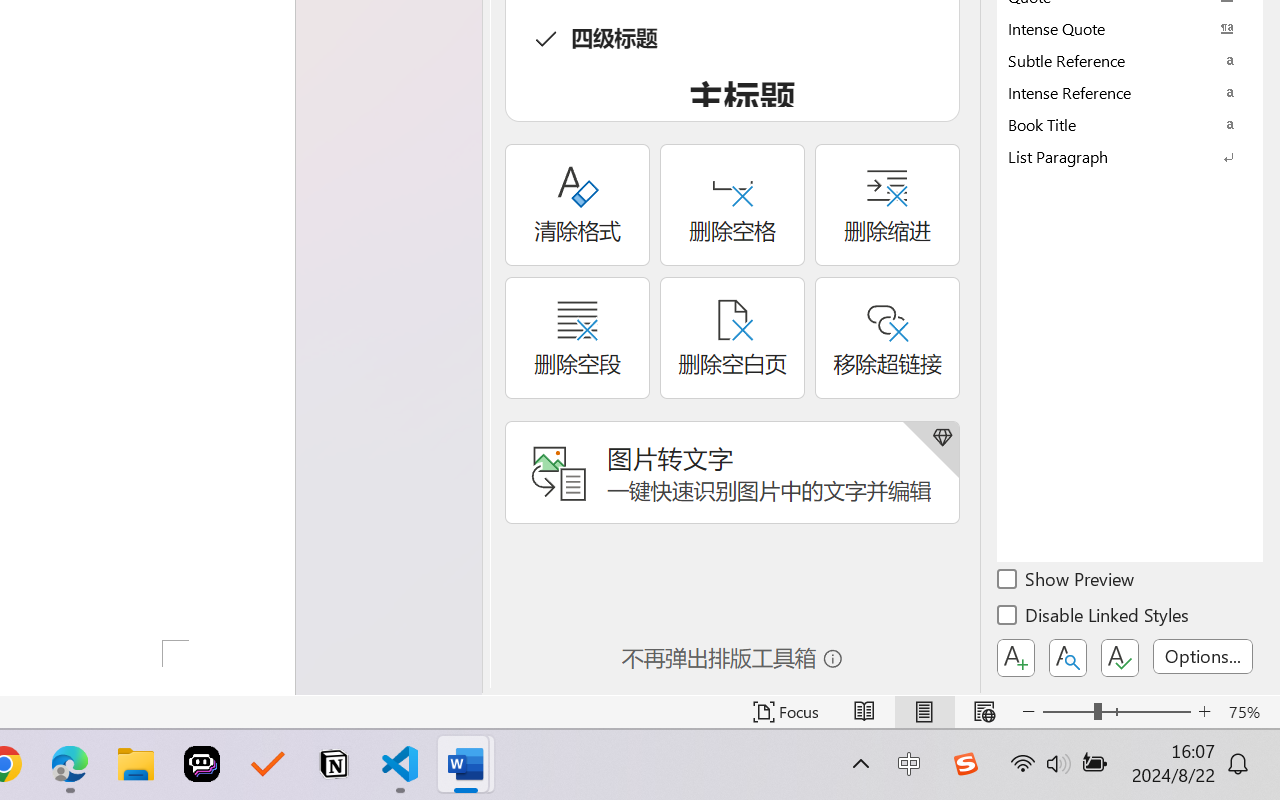 The width and height of the screenshot is (1280, 800). What do you see at coordinates (1202, 655) in the screenshot?
I see `'Options...'` at bounding box center [1202, 655].